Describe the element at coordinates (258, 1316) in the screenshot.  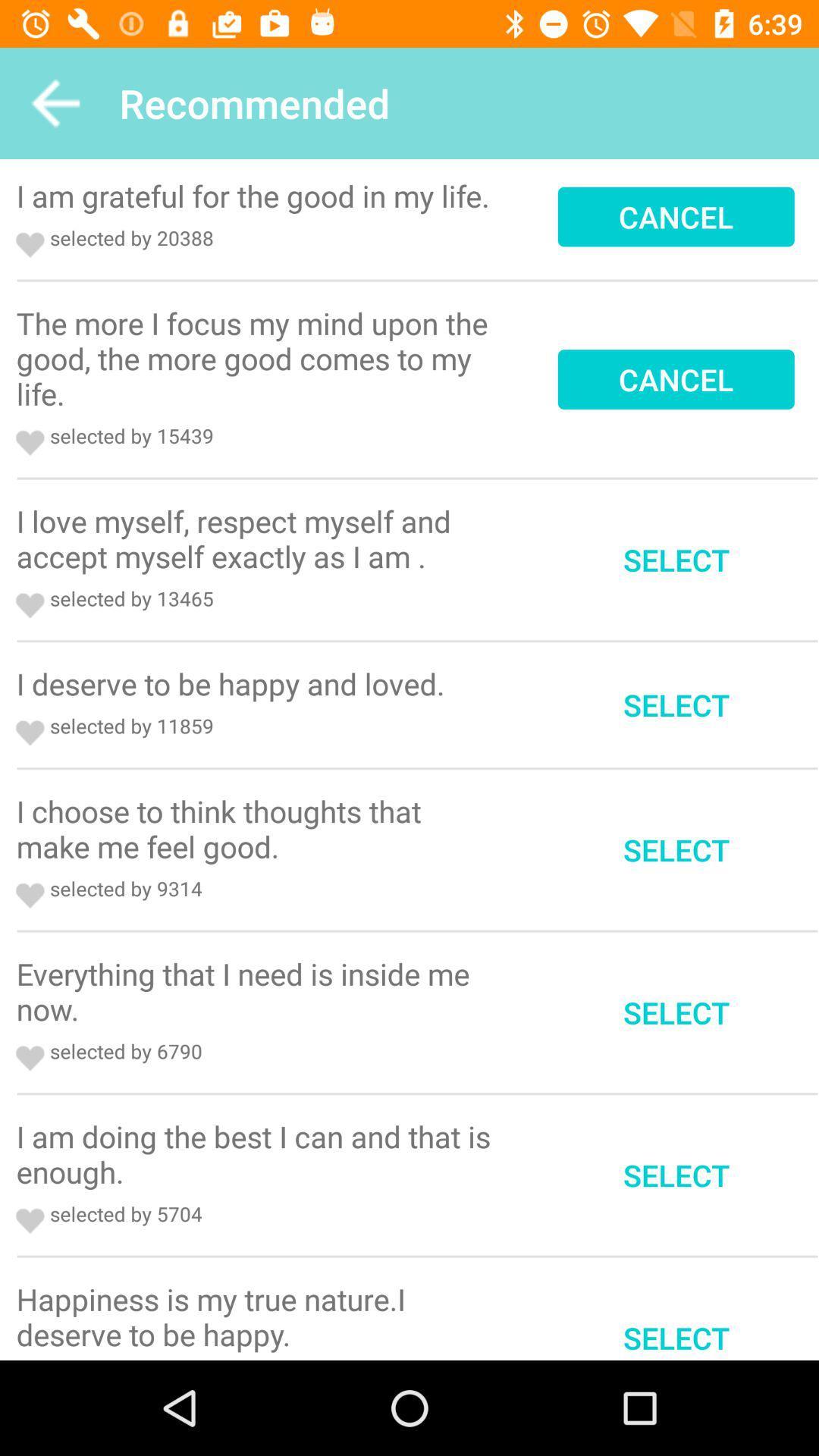
I see `the icon to the left of the select item` at that location.